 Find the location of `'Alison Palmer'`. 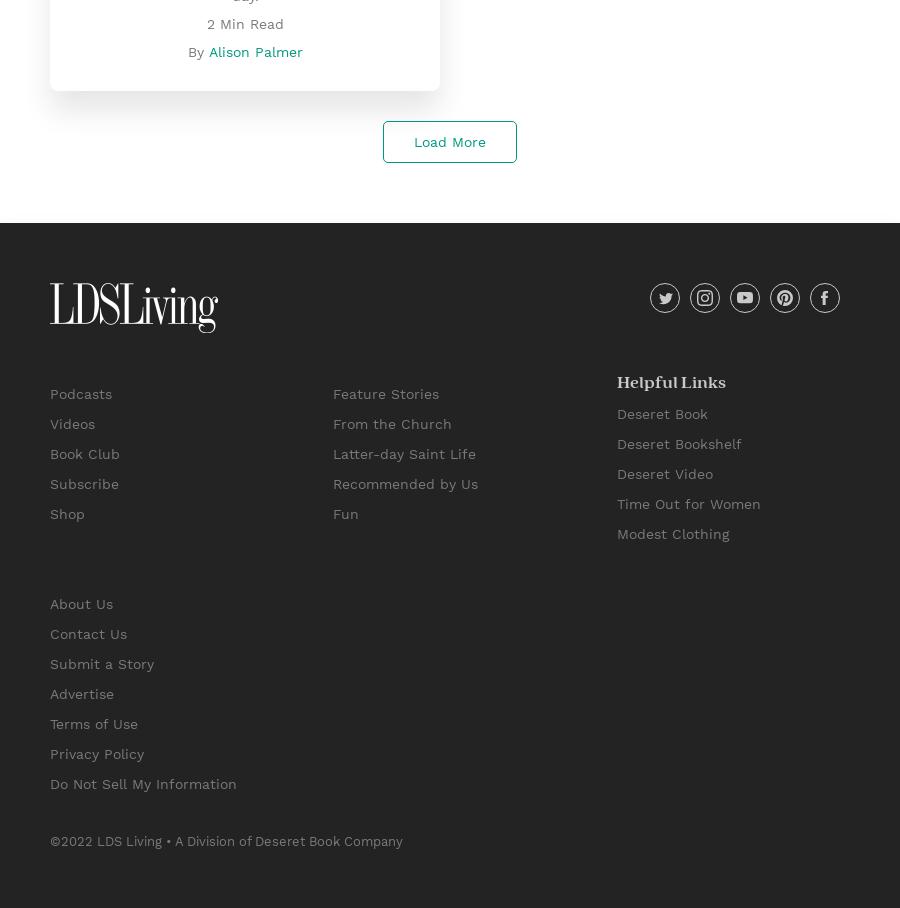

'Alison Palmer' is located at coordinates (253, 51).